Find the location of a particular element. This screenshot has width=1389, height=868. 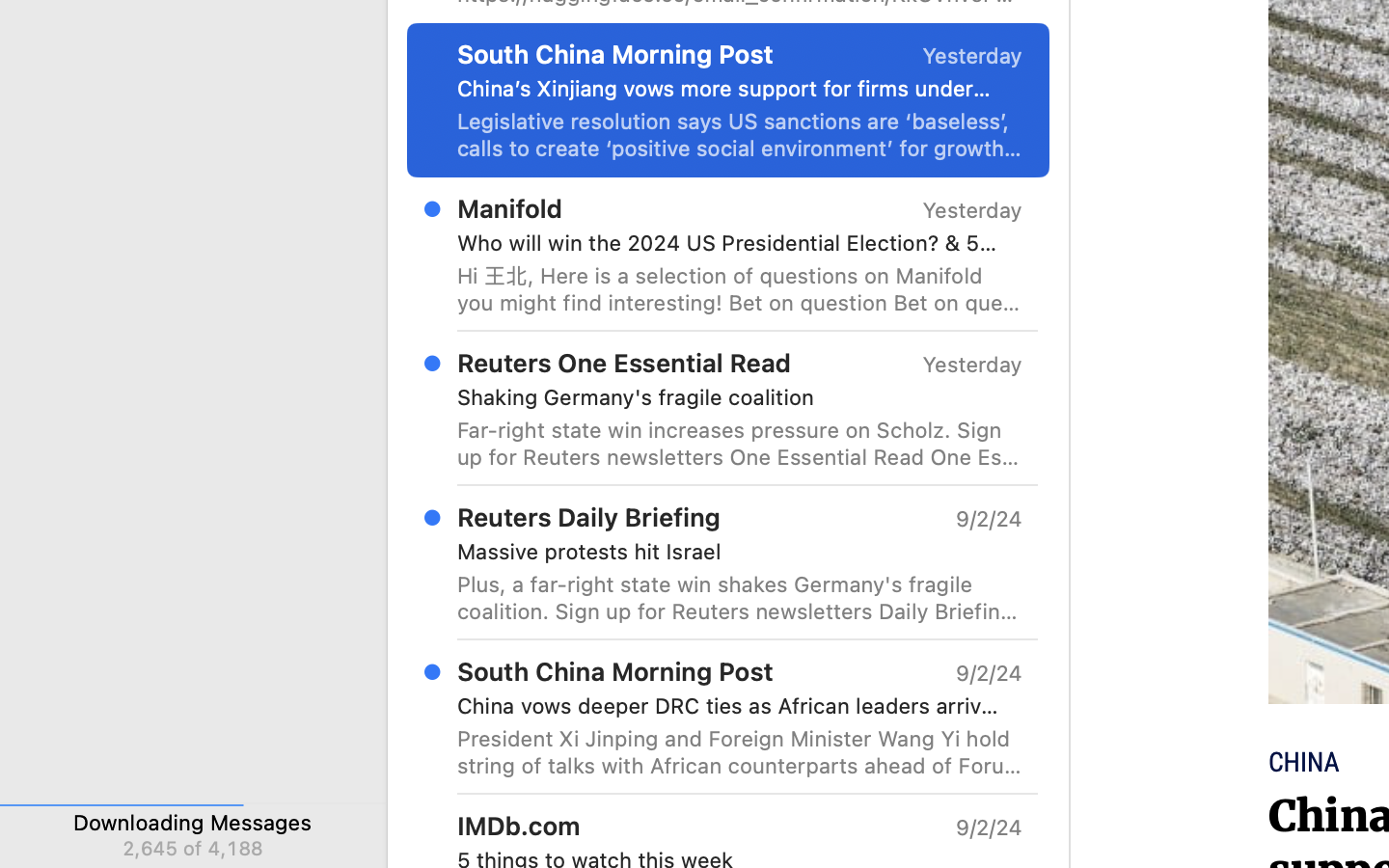

'Shaking Germany' is located at coordinates (731, 397).